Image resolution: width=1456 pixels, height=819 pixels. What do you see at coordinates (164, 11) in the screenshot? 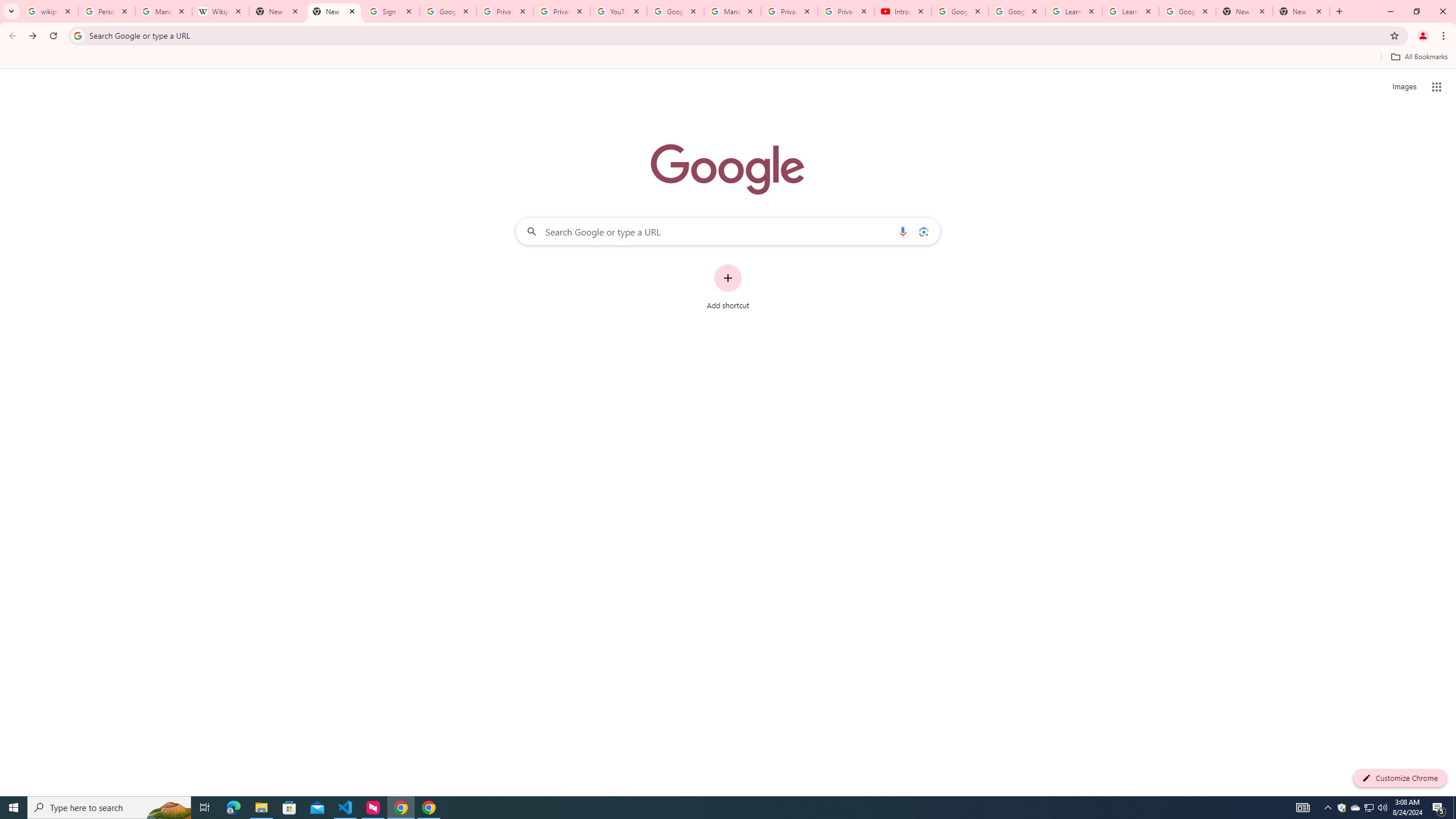
I see `'Manage your Location History - Google Search Help'` at bounding box center [164, 11].